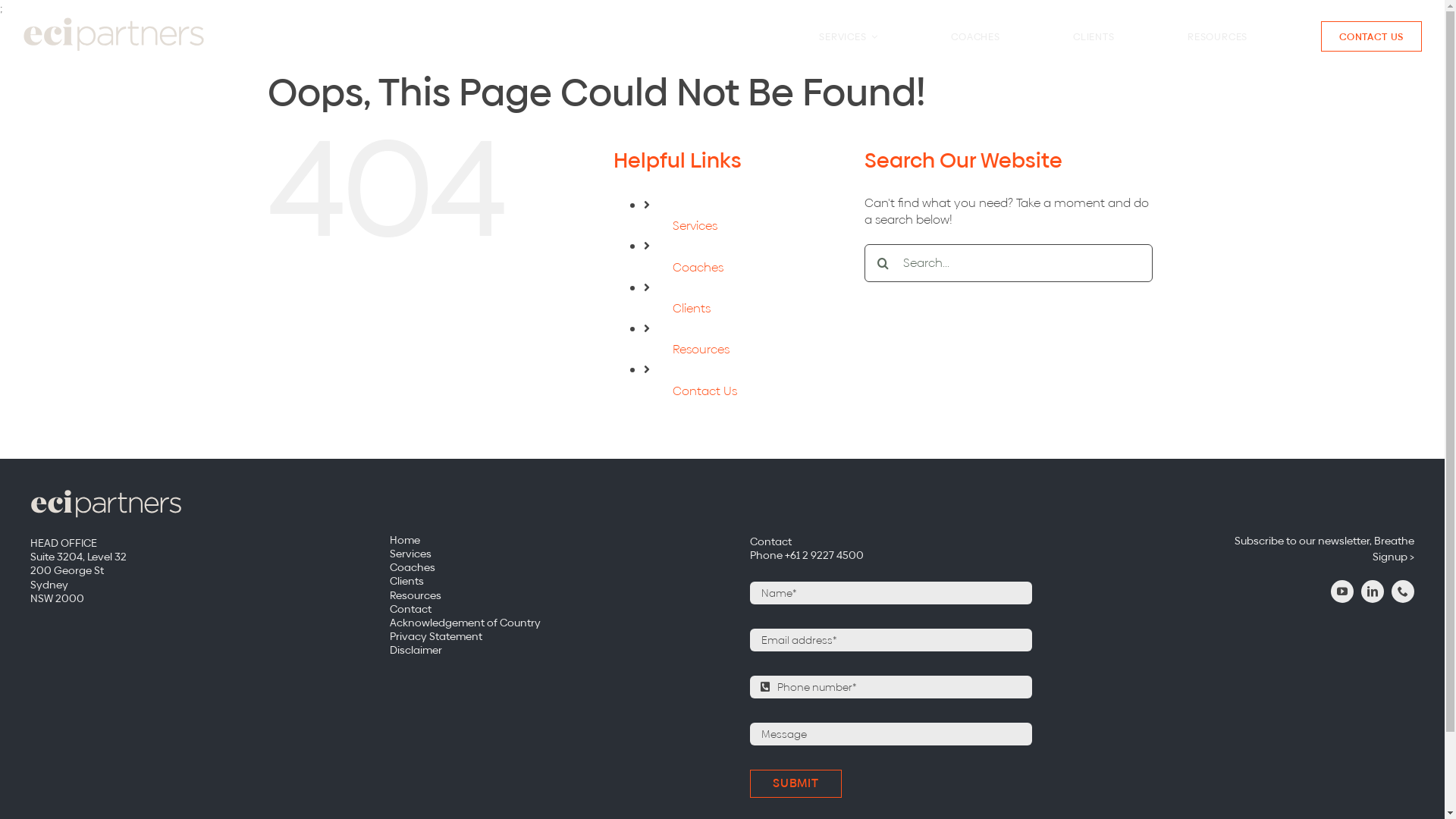 This screenshot has height=819, width=1456. Describe the element at coordinates (704, 390) in the screenshot. I see `'Contact Us'` at that location.